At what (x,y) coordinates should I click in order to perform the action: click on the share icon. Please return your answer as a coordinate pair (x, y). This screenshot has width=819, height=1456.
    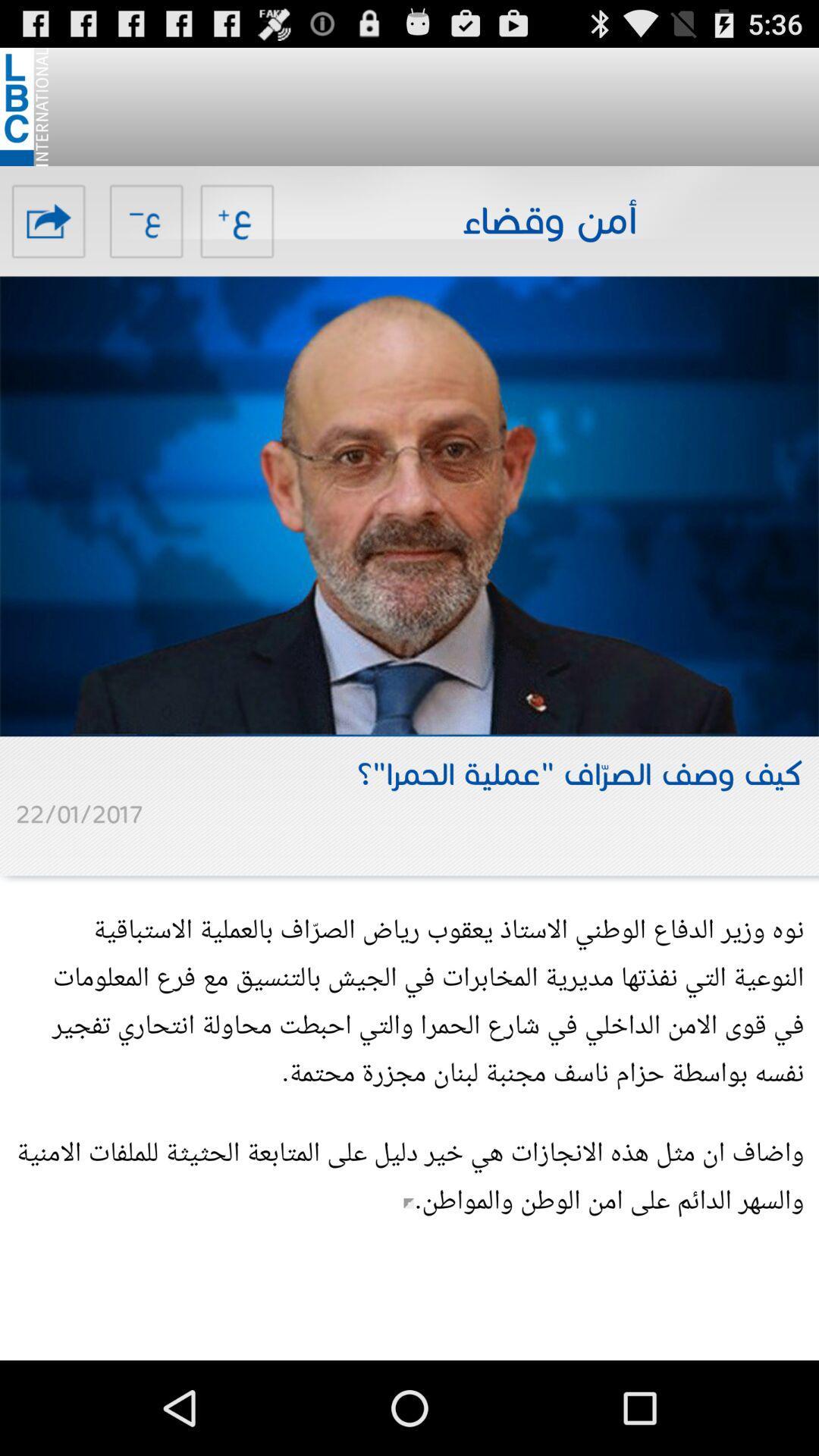
    Looking at the image, I should click on (50, 236).